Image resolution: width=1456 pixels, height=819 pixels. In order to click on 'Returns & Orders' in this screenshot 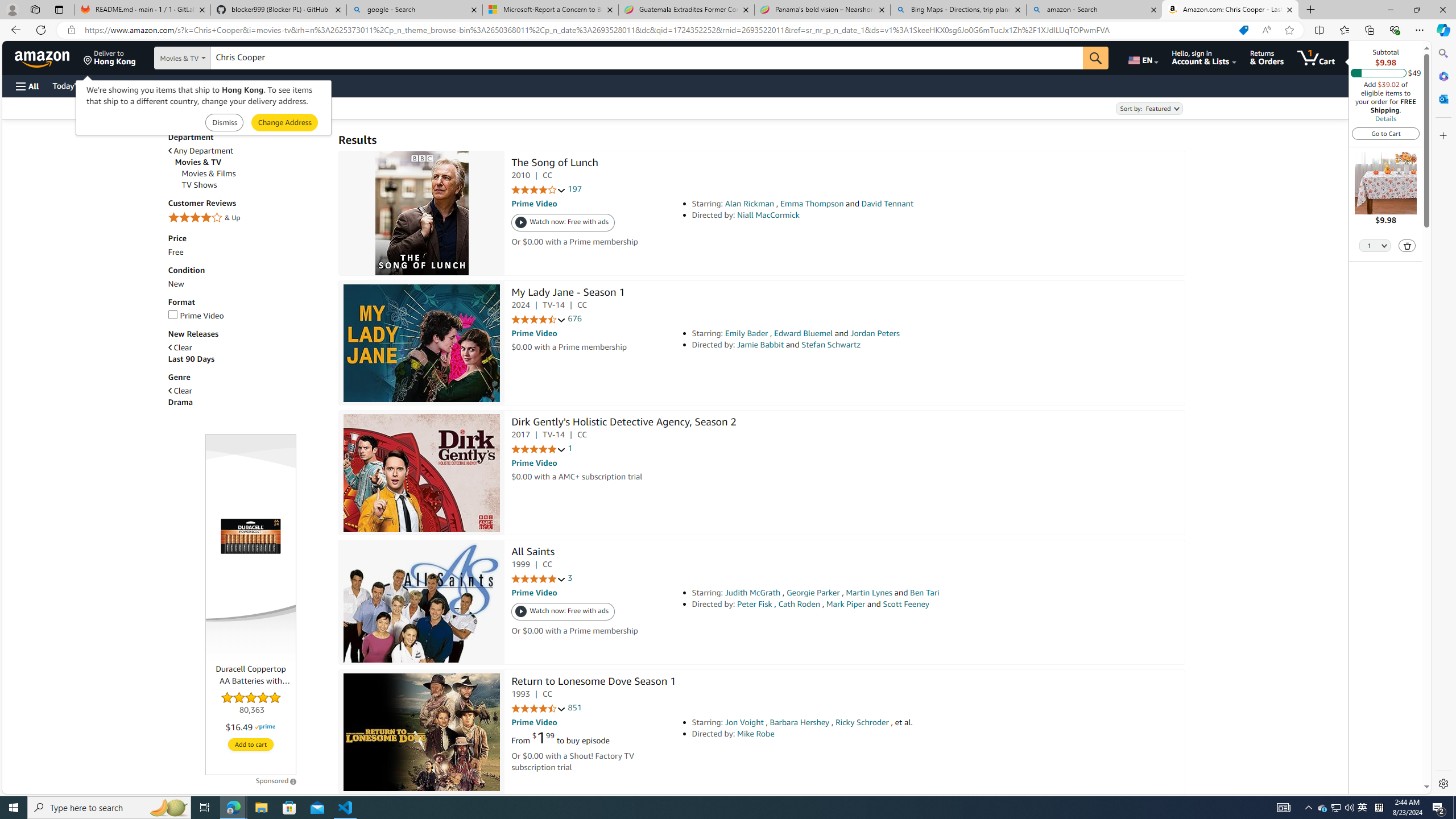, I will do `click(1266, 57)`.